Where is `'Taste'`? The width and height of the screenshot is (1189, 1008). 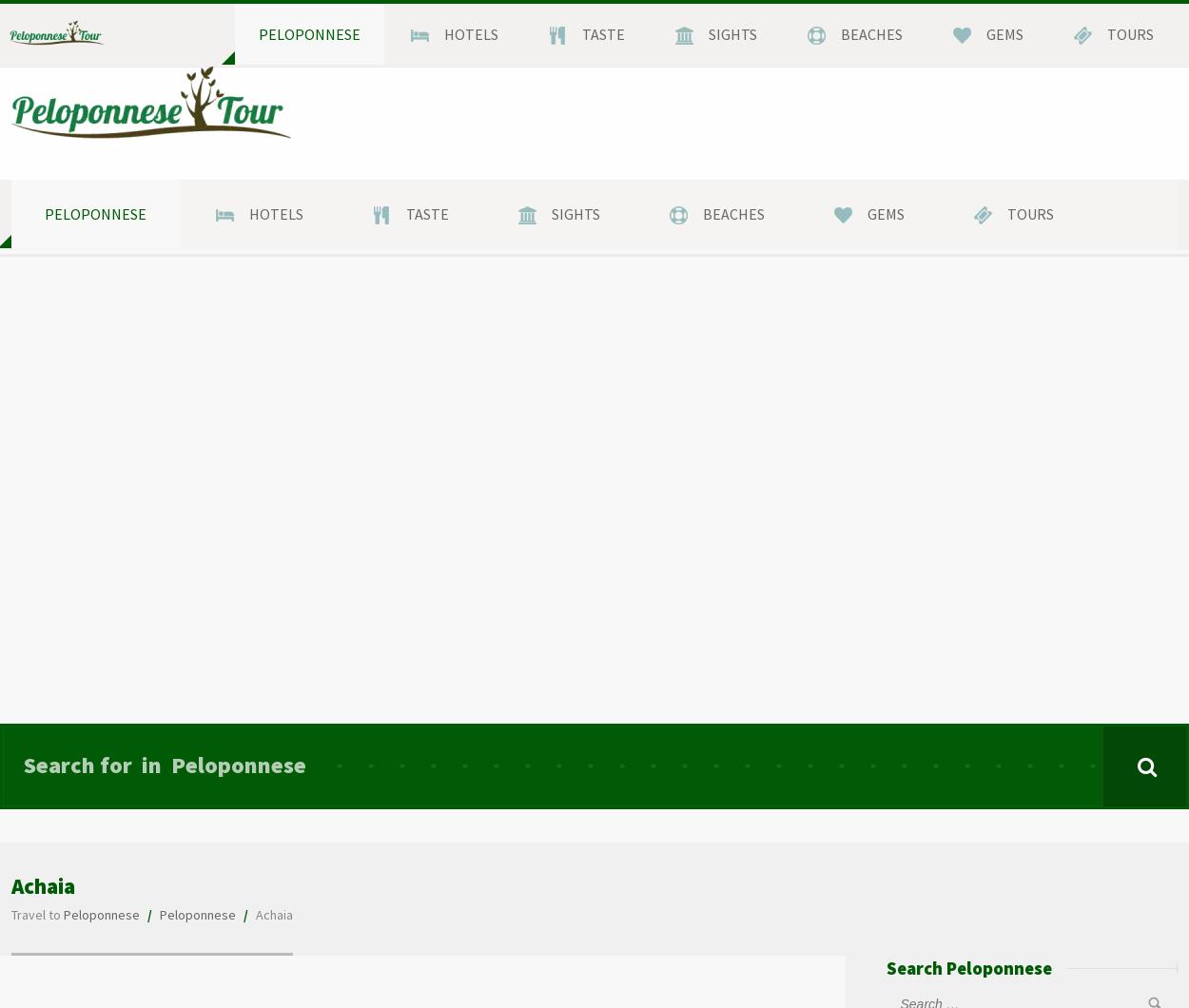 'Taste' is located at coordinates (406, 213).